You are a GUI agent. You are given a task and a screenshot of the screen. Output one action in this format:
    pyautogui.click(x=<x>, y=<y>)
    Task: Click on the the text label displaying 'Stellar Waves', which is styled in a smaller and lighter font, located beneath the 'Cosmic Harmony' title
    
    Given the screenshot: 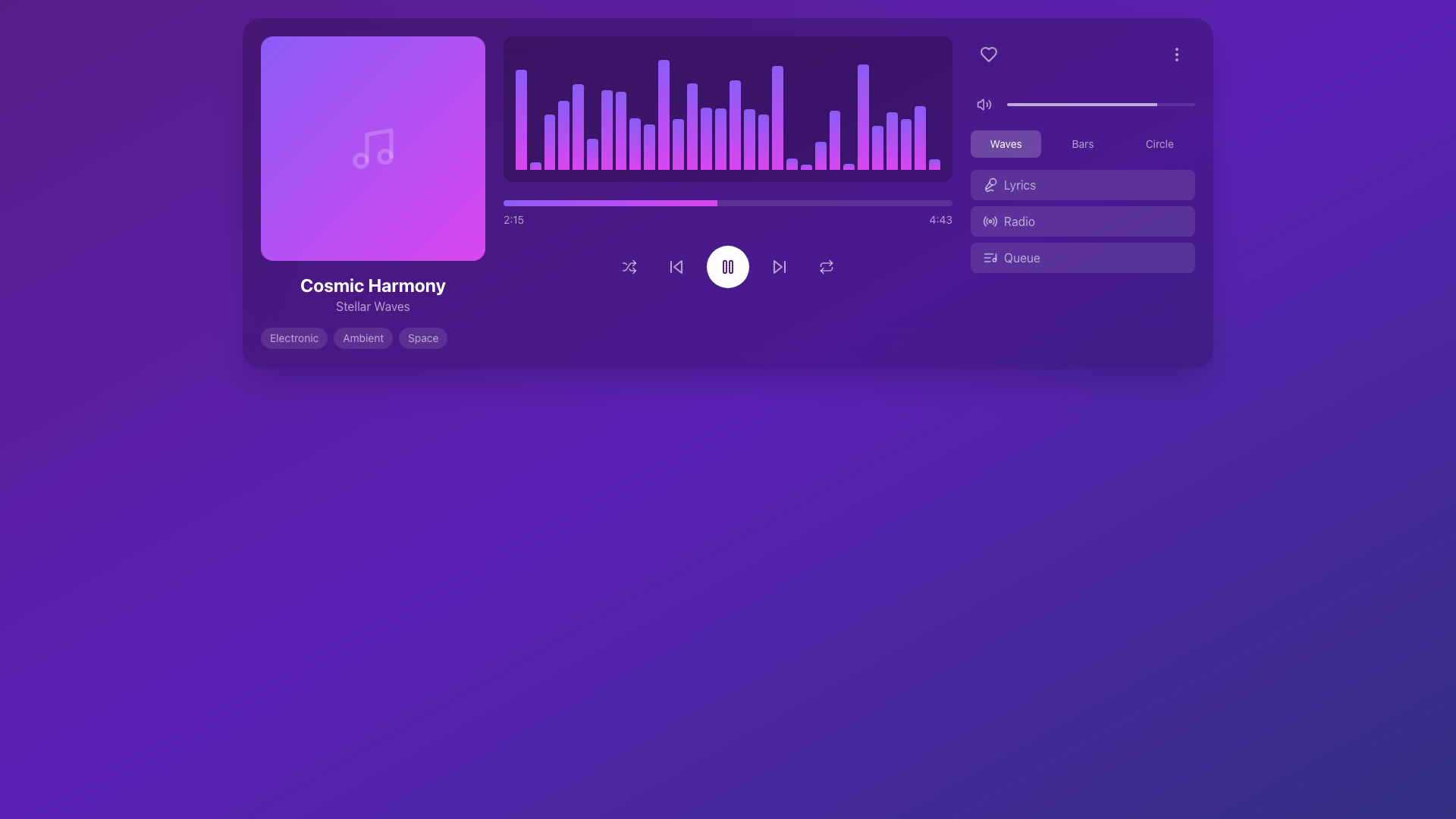 What is the action you would take?
    pyautogui.click(x=372, y=306)
    